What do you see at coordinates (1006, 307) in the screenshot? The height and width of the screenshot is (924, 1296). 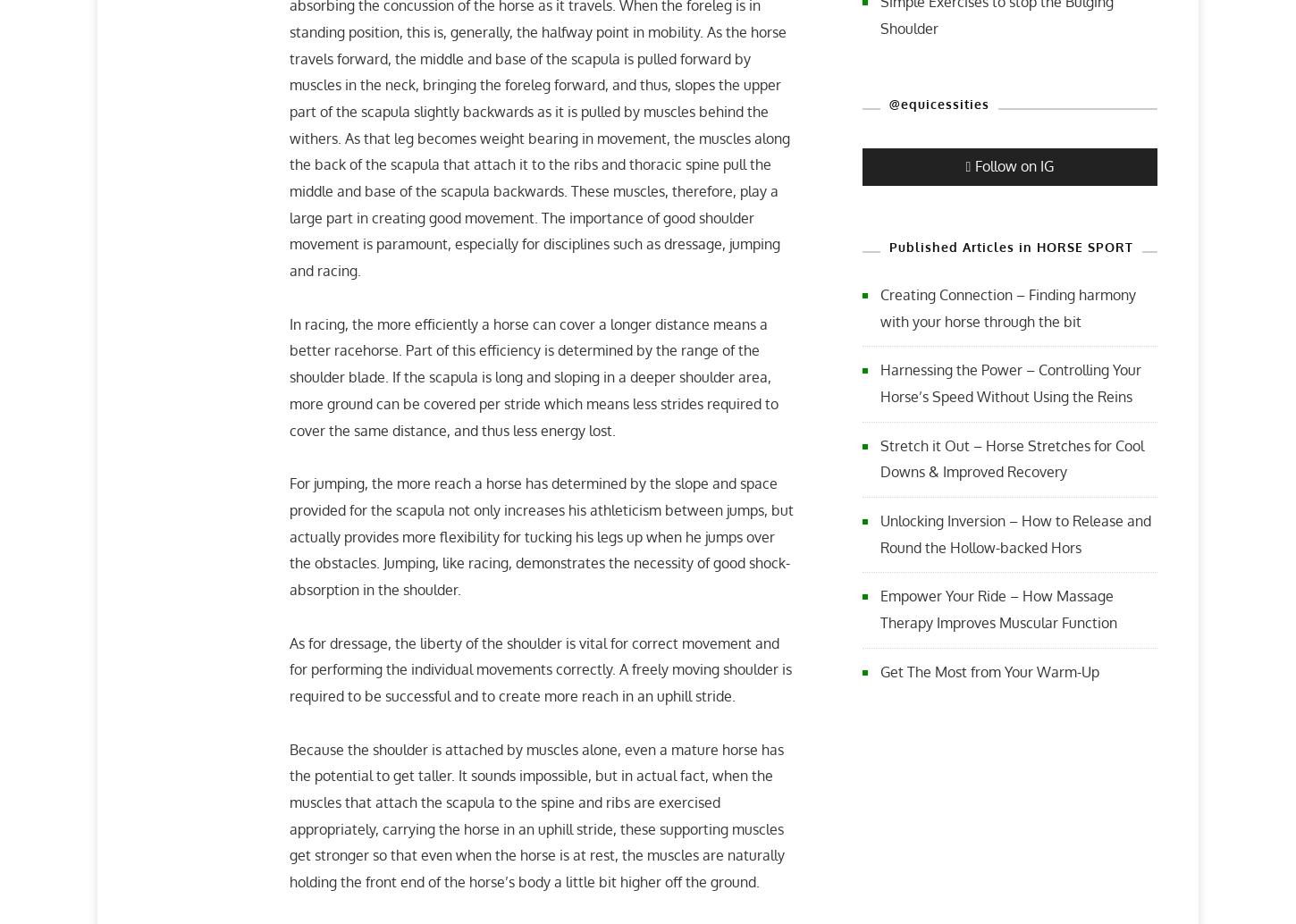 I see `'Creating Connection – Finding harmony with your horse through the bit'` at bounding box center [1006, 307].